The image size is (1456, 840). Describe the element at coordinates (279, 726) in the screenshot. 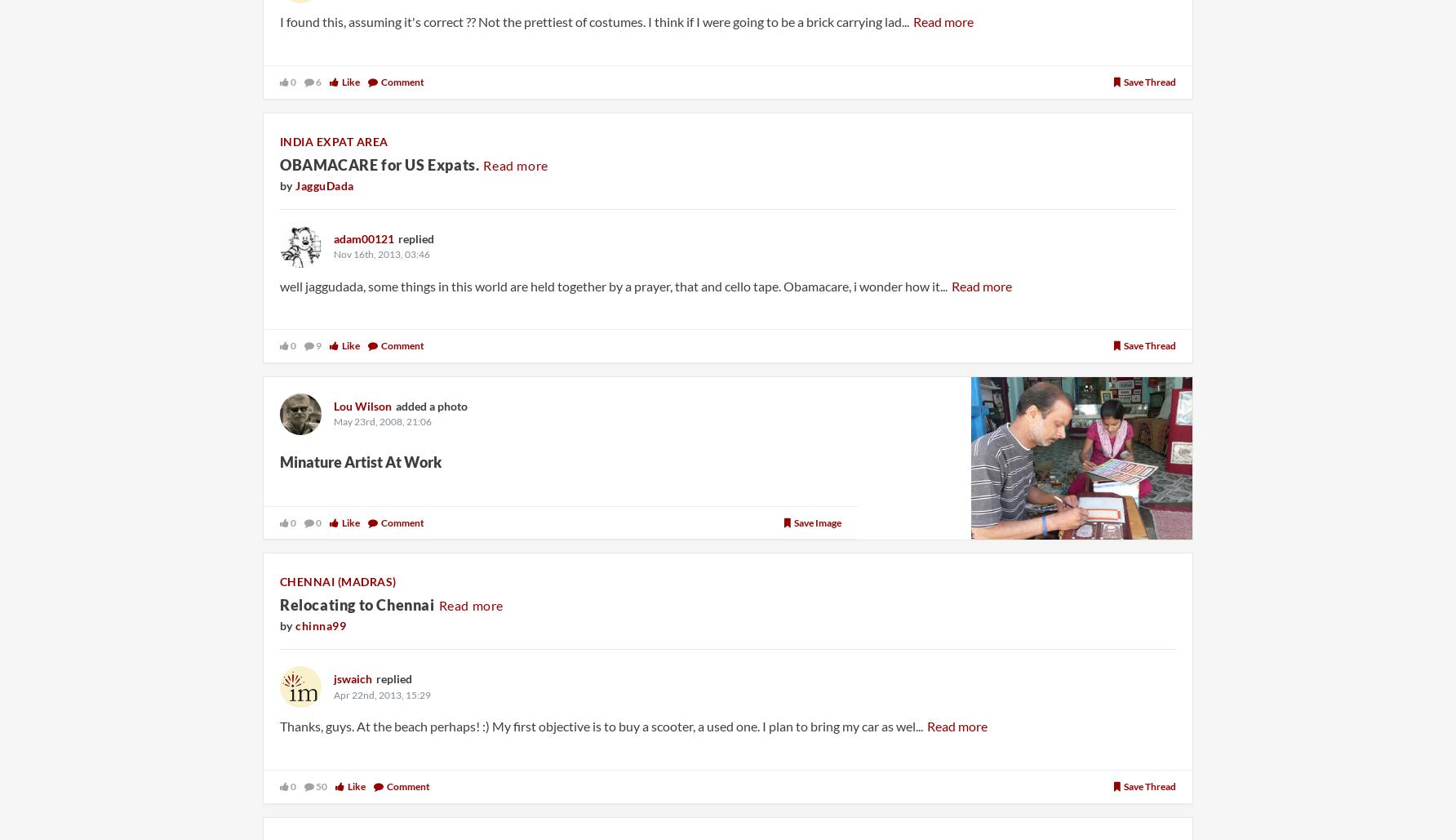

I see `'Thanks, guys. At the beach perhaps! :) My first objective is to buy a scooter, a used one. I plan to bring my car as wel...'` at that location.